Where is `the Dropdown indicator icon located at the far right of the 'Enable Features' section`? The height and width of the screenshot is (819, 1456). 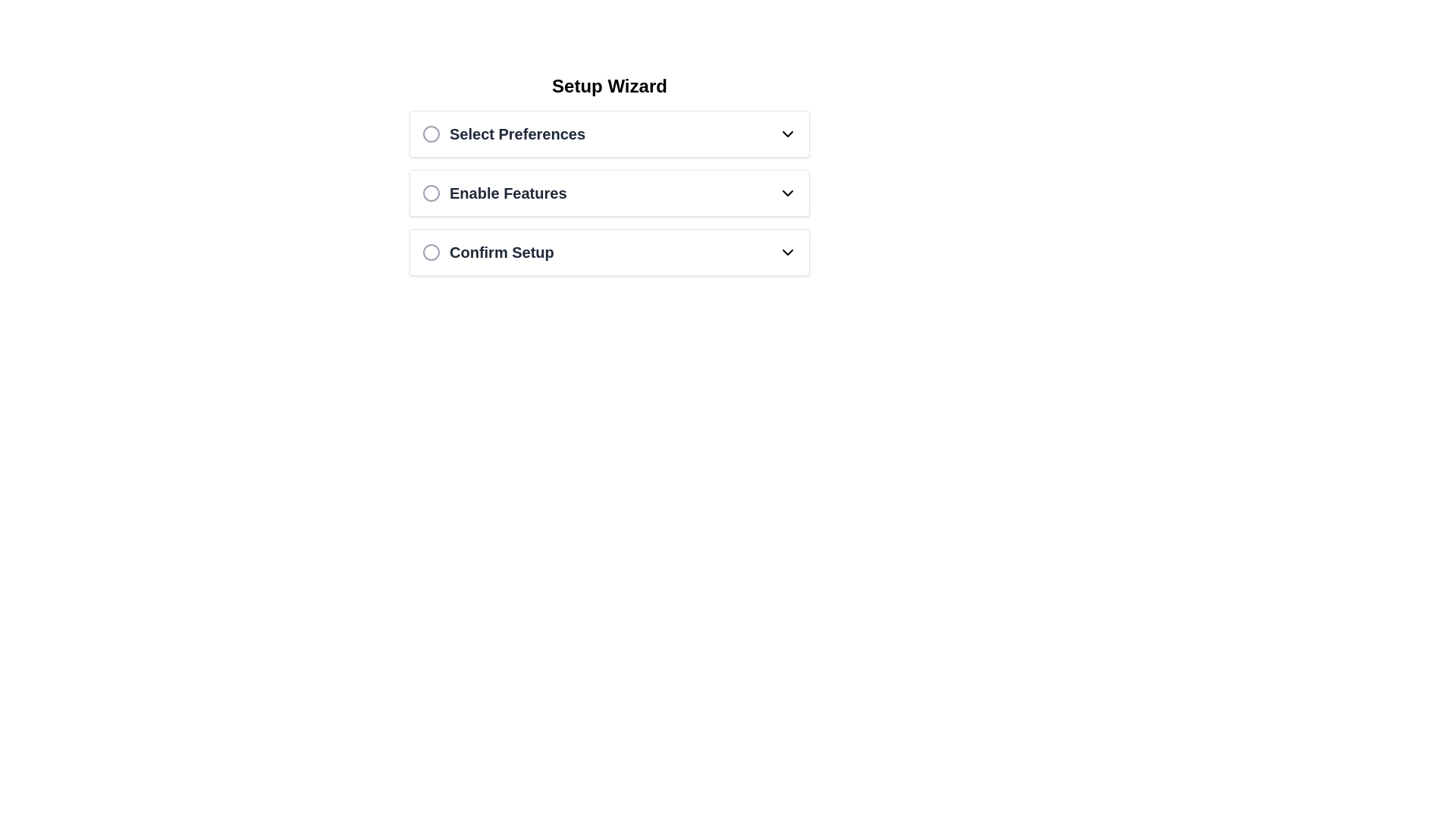 the Dropdown indicator icon located at the far right of the 'Enable Features' section is located at coordinates (787, 192).